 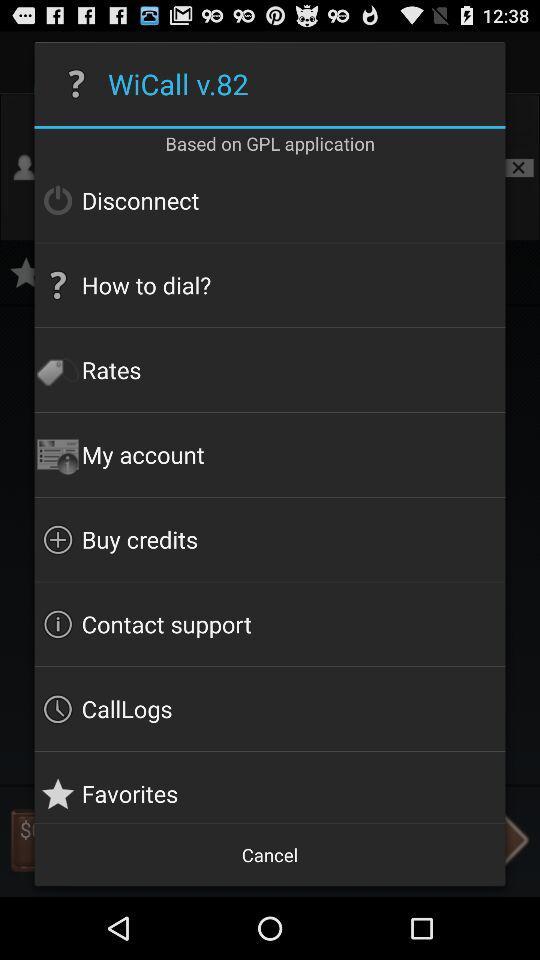 I want to click on button above cancel item, so click(x=270, y=787).